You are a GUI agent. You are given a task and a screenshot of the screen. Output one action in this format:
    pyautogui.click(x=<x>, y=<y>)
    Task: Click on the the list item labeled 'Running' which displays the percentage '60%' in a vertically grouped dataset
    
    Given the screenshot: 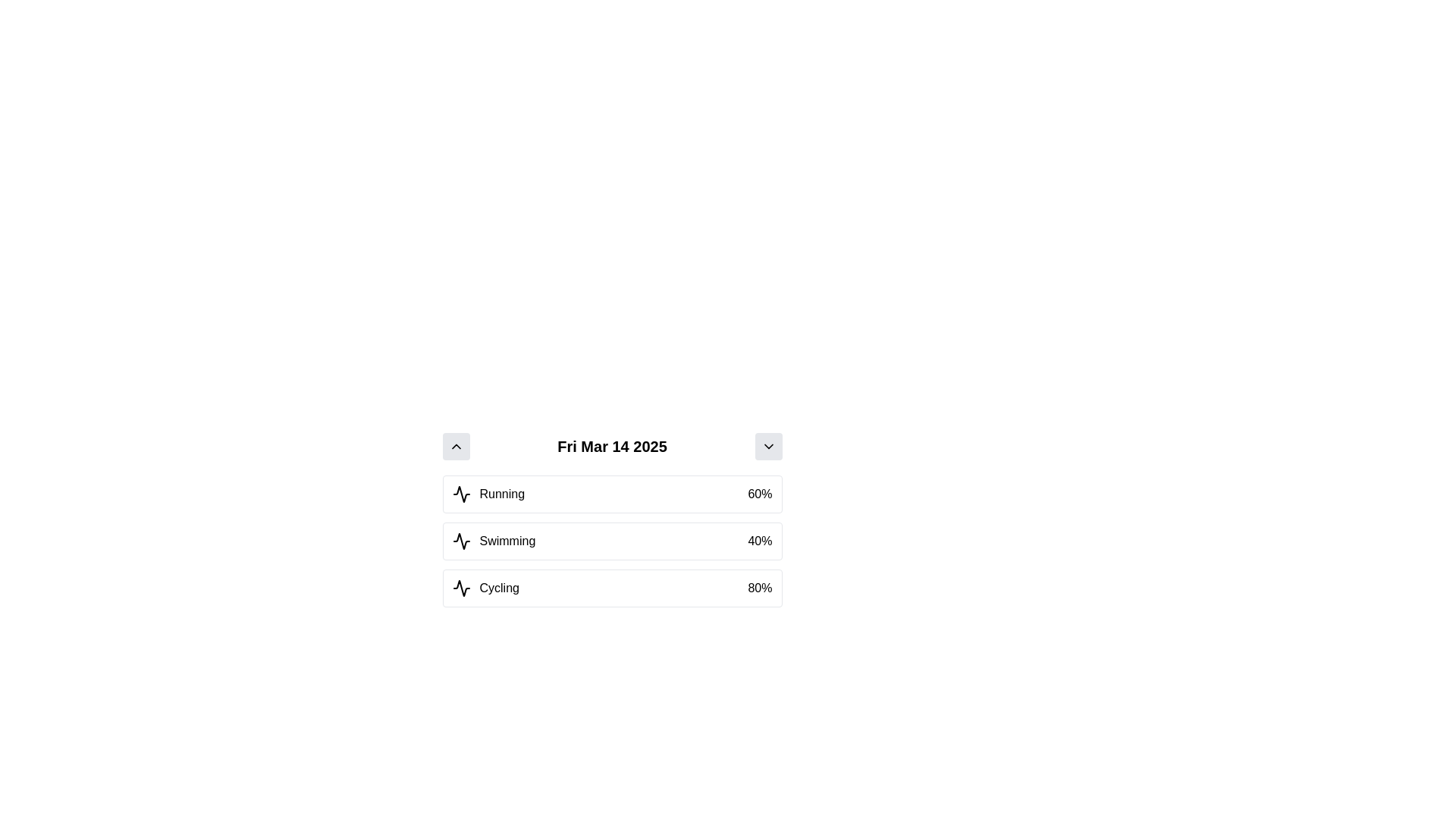 What is the action you would take?
    pyautogui.click(x=612, y=494)
    